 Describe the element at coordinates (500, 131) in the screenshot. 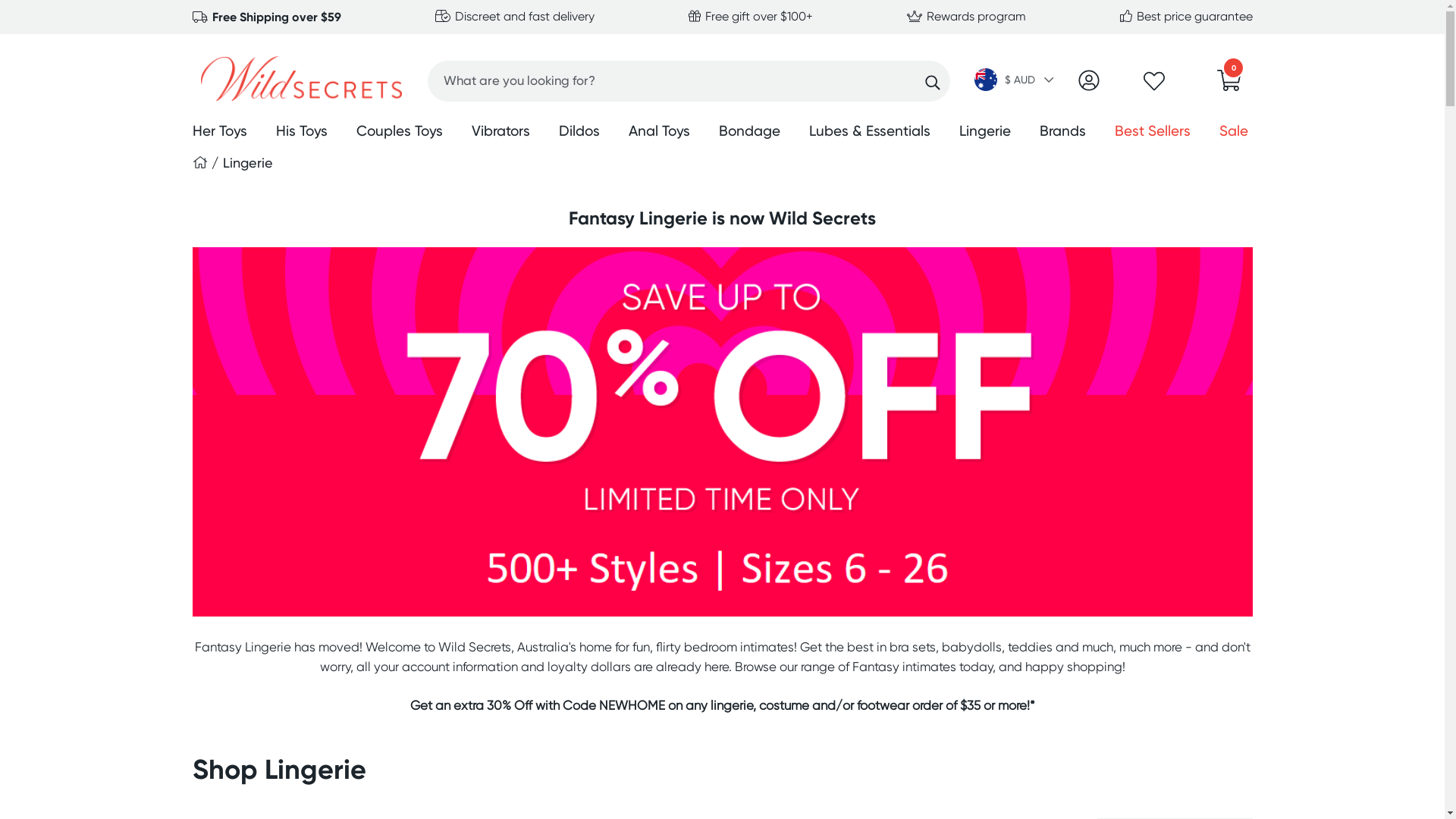

I see `'Vibrators'` at that location.